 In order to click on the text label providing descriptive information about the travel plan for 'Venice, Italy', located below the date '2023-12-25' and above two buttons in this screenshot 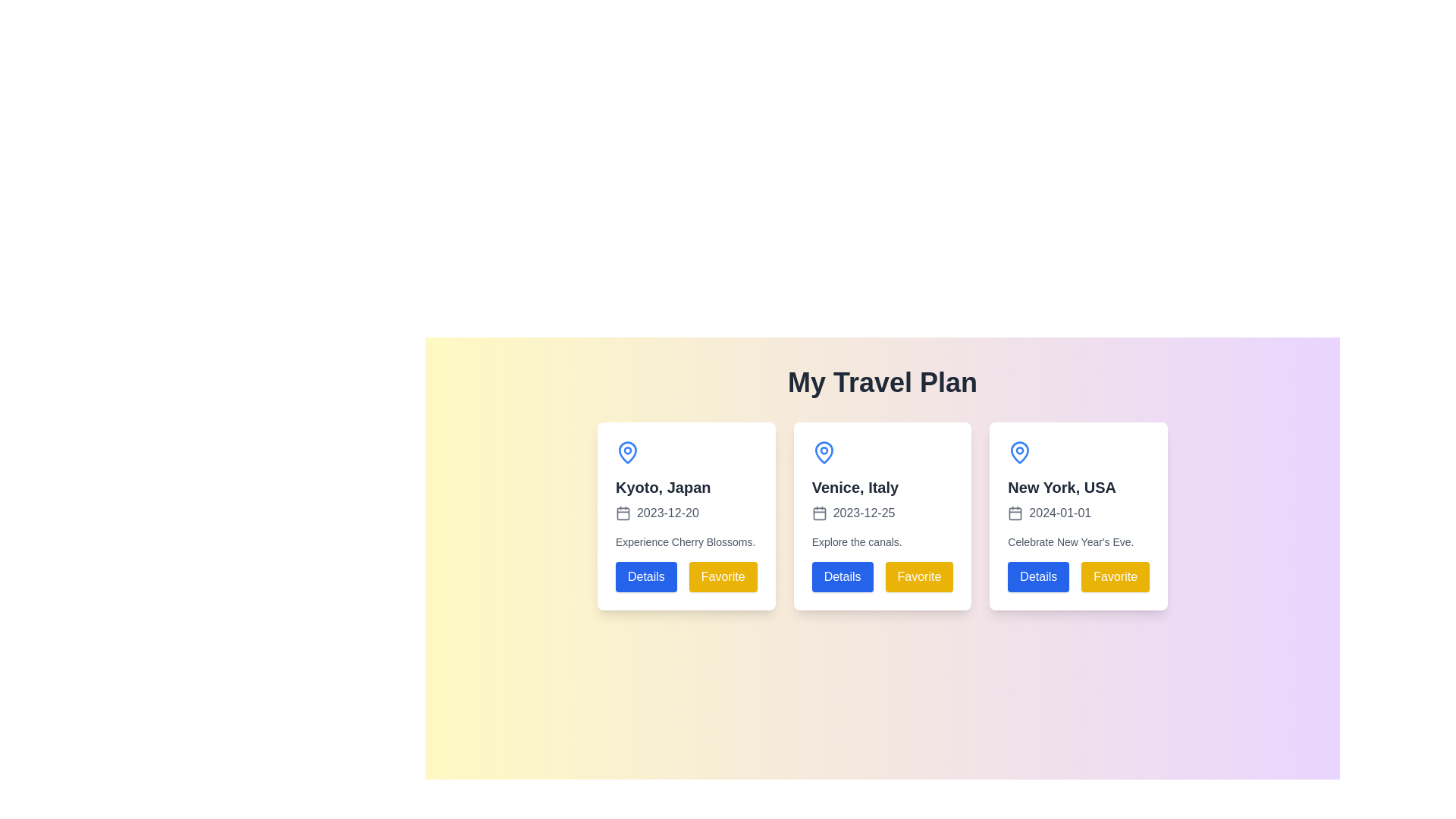, I will do `click(857, 541)`.